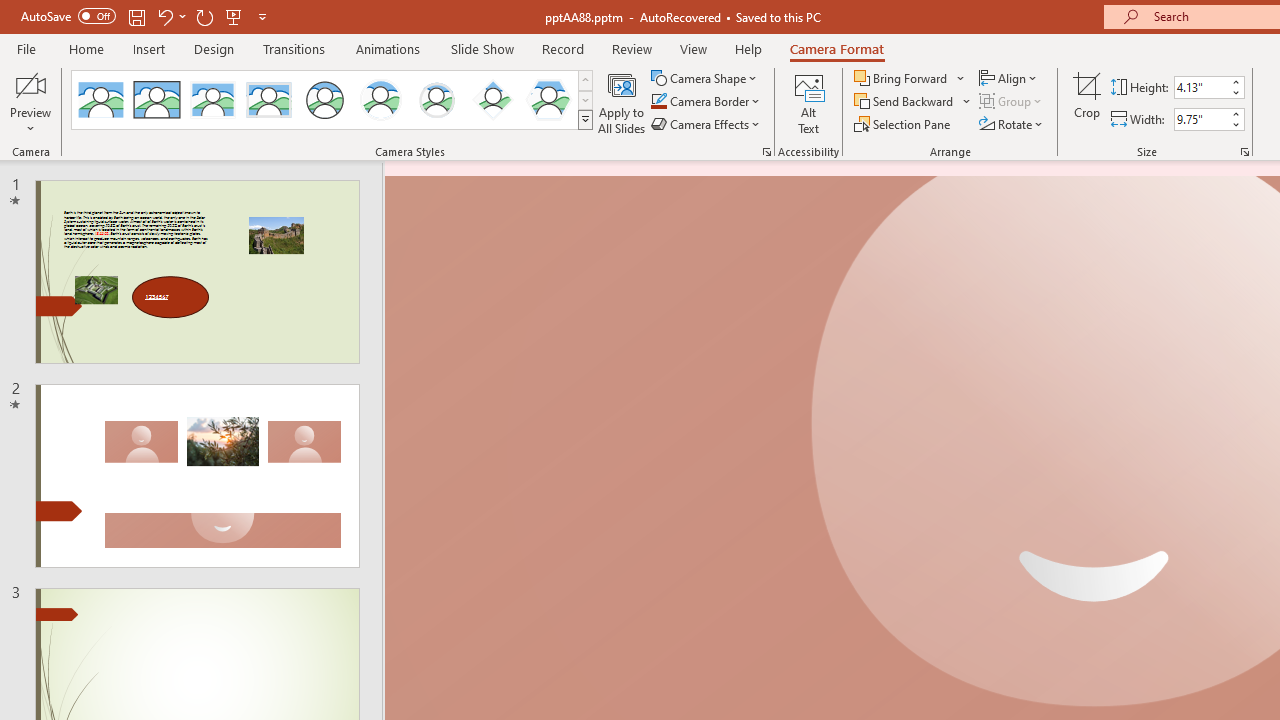 This screenshot has width=1280, height=720. Describe the element at coordinates (584, 120) in the screenshot. I see `'Camera Styles'` at that location.